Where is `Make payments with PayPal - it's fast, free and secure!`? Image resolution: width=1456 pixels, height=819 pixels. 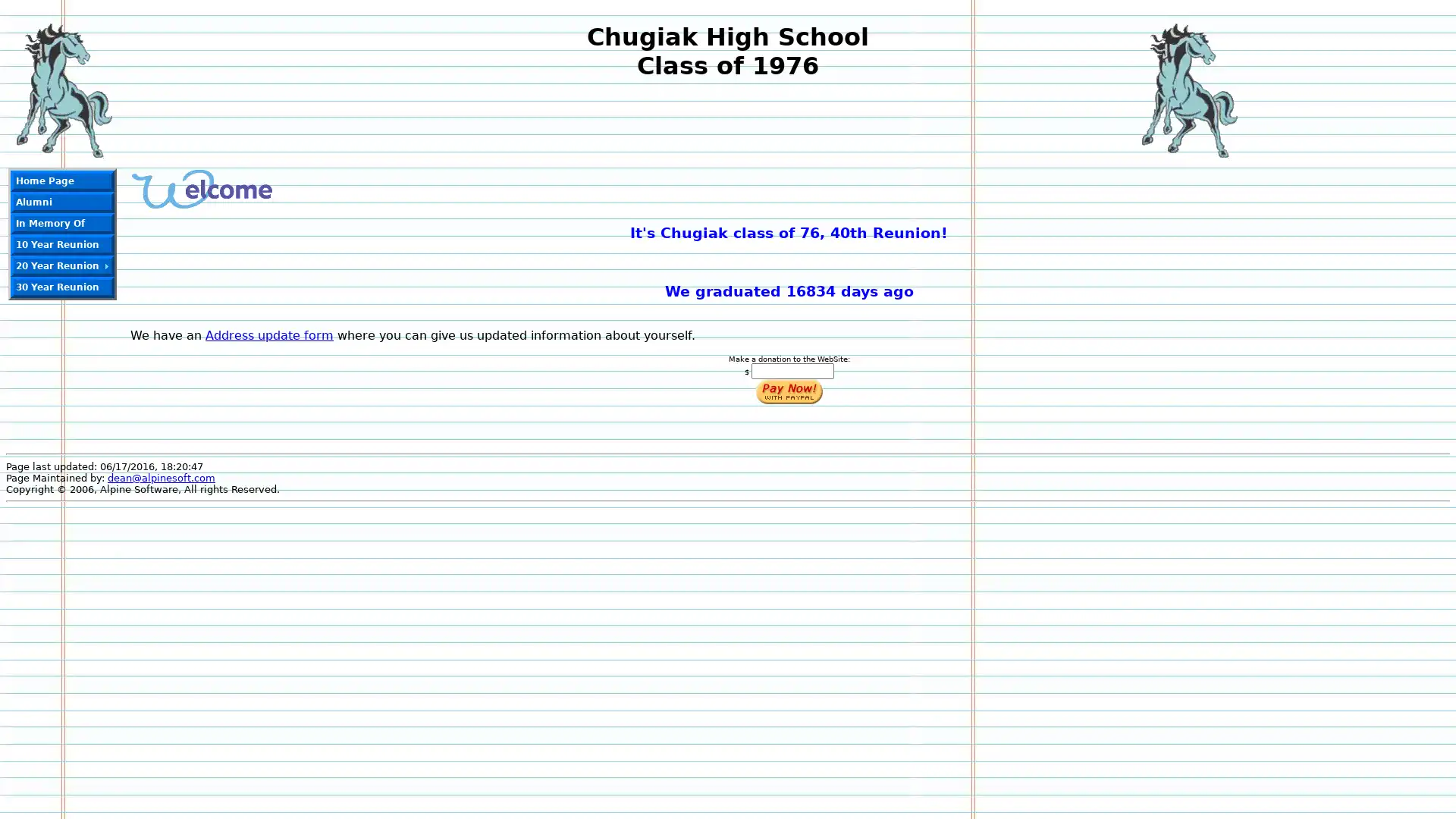 Make payments with PayPal - it's fast, free and secure! is located at coordinates (789, 390).